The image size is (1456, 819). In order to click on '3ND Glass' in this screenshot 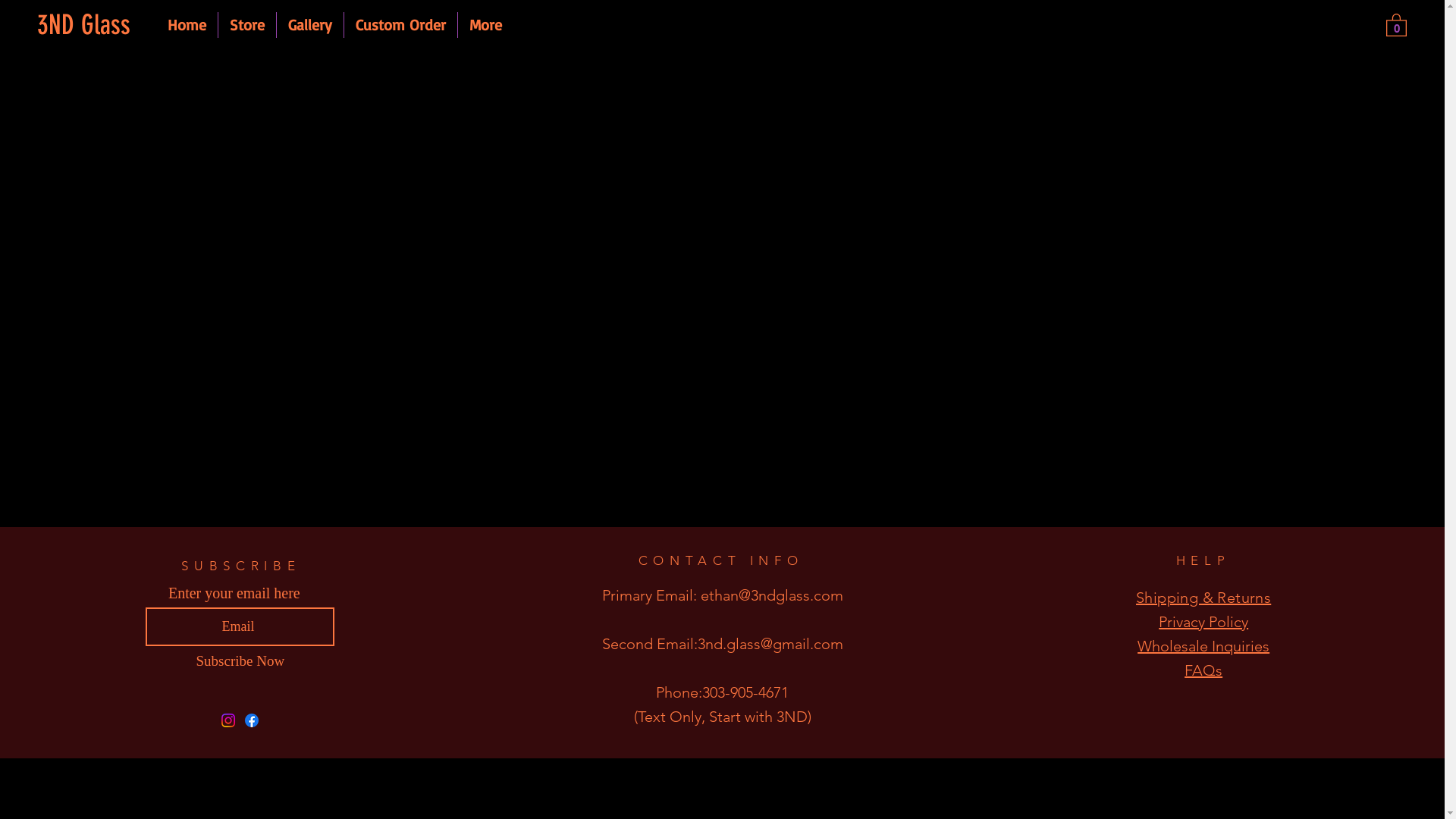, I will do `click(88, 25)`.